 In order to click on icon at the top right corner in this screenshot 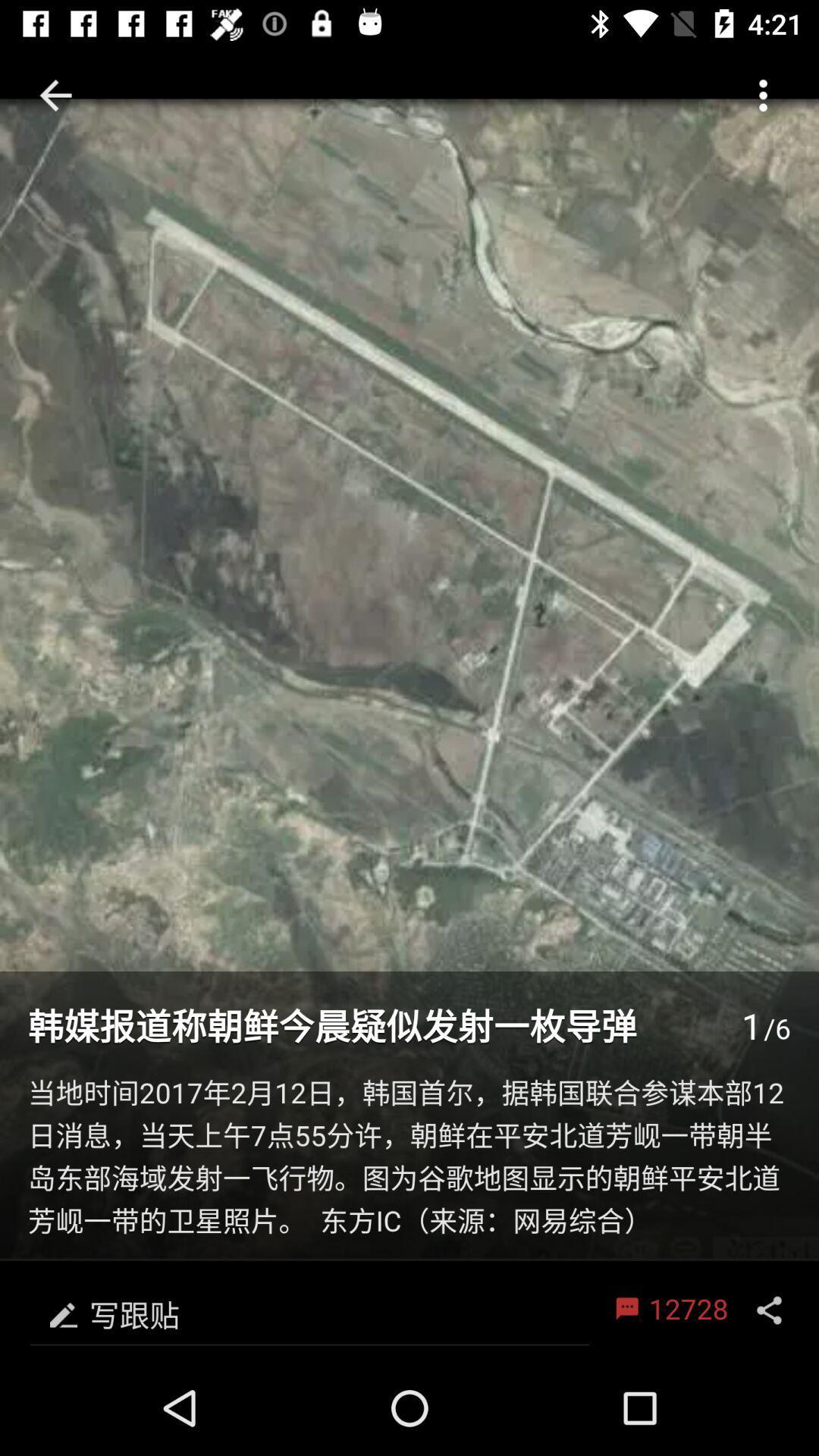, I will do `click(763, 94)`.